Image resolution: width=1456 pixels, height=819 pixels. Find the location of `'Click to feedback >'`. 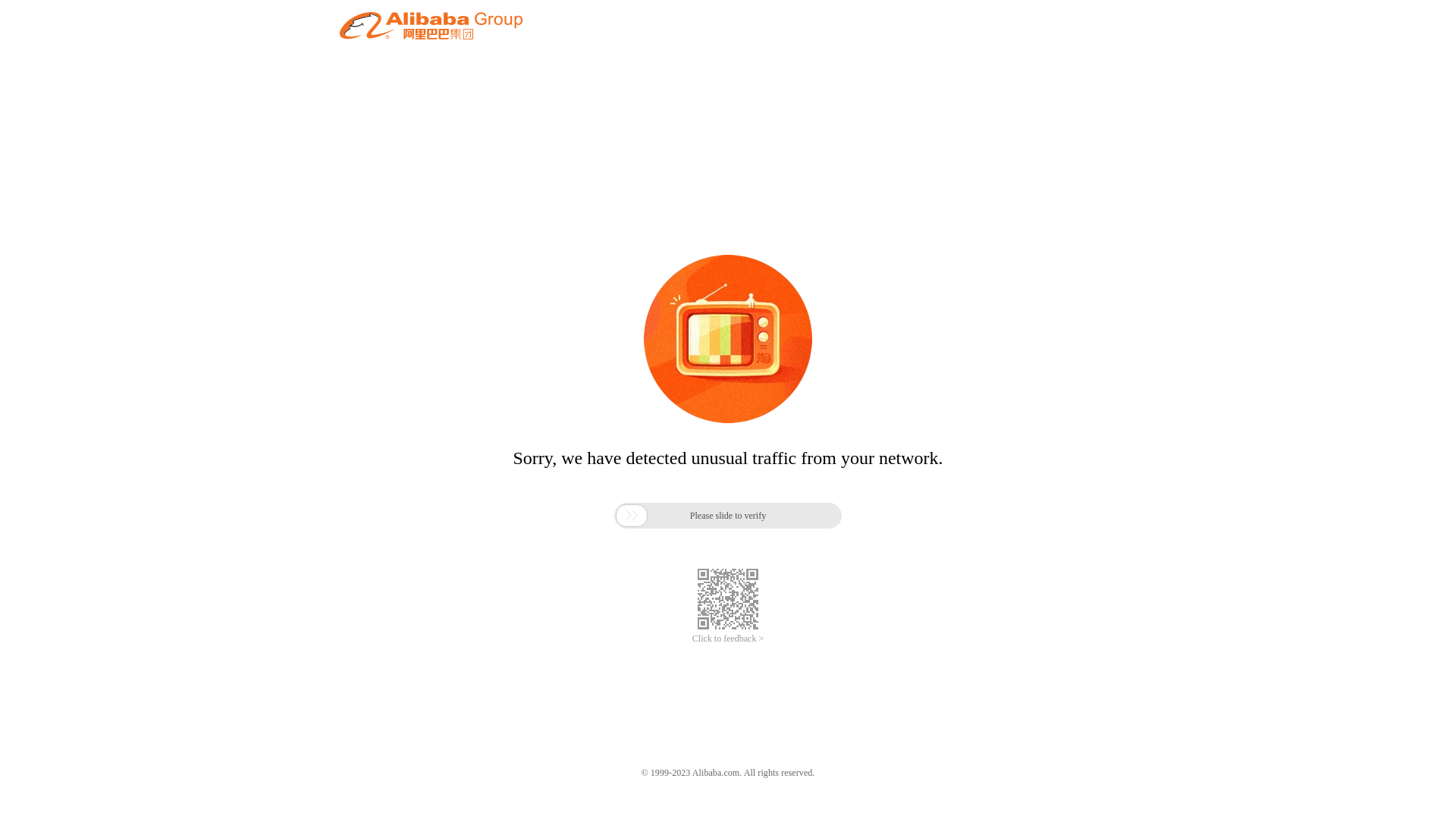

'Click to feedback >' is located at coordinates (691, 639).